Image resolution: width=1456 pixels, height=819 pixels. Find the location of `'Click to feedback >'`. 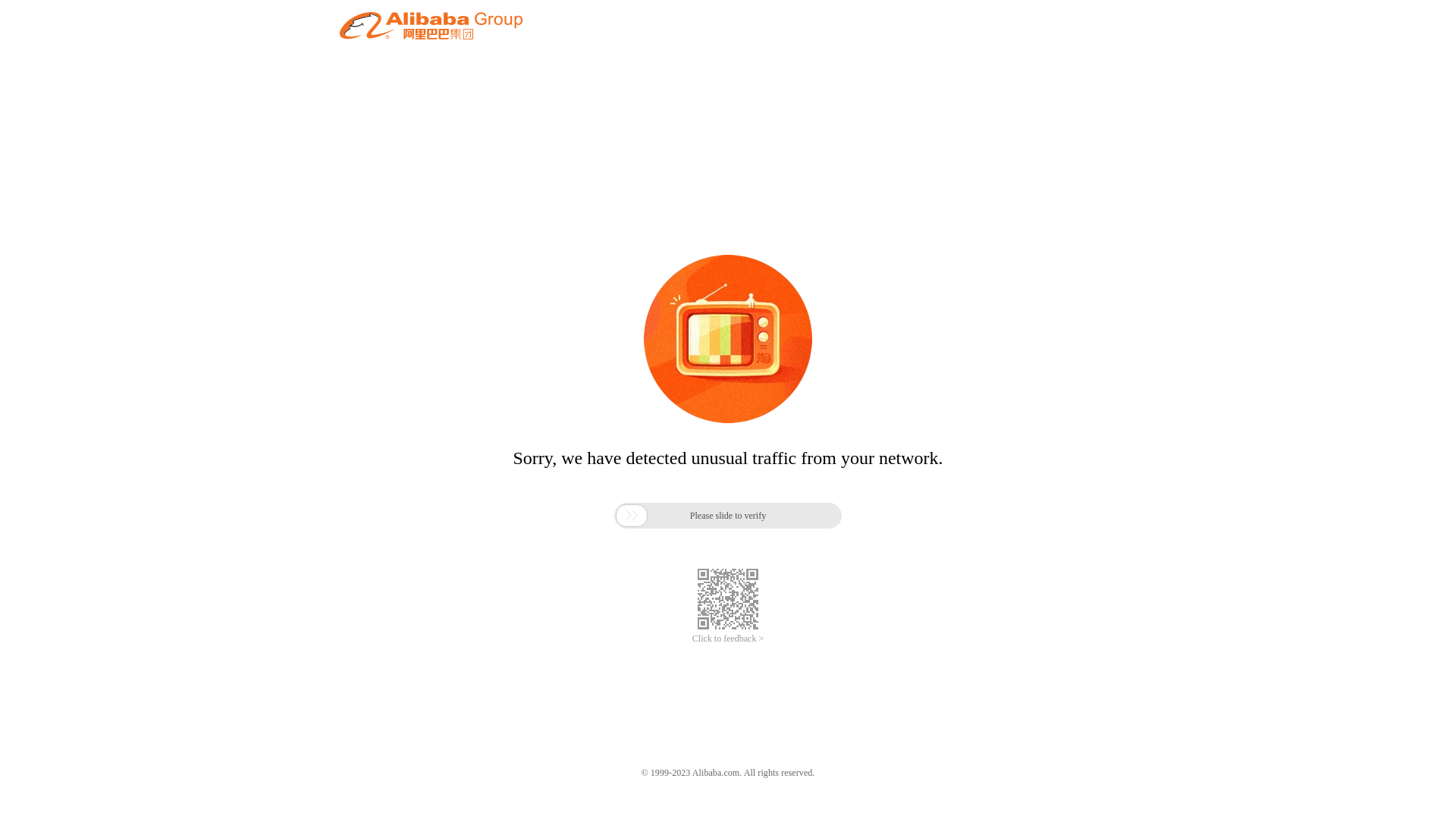

'Click to feedback >' is located at coordinates (691, 639).